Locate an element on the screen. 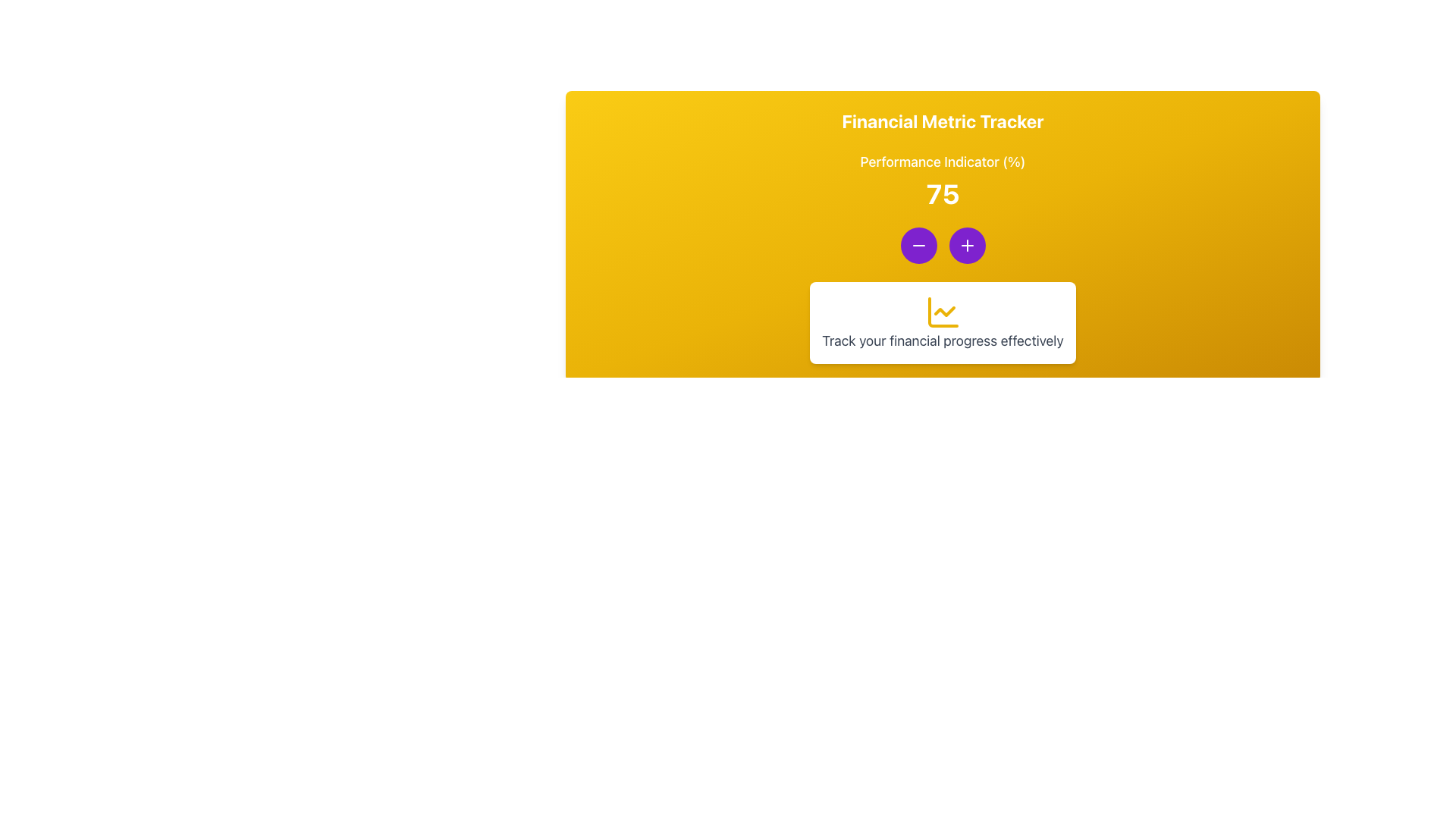  the decrement button located below the numerical indicator '75' to decrease the displayed value is located at coordinates (918, 245).